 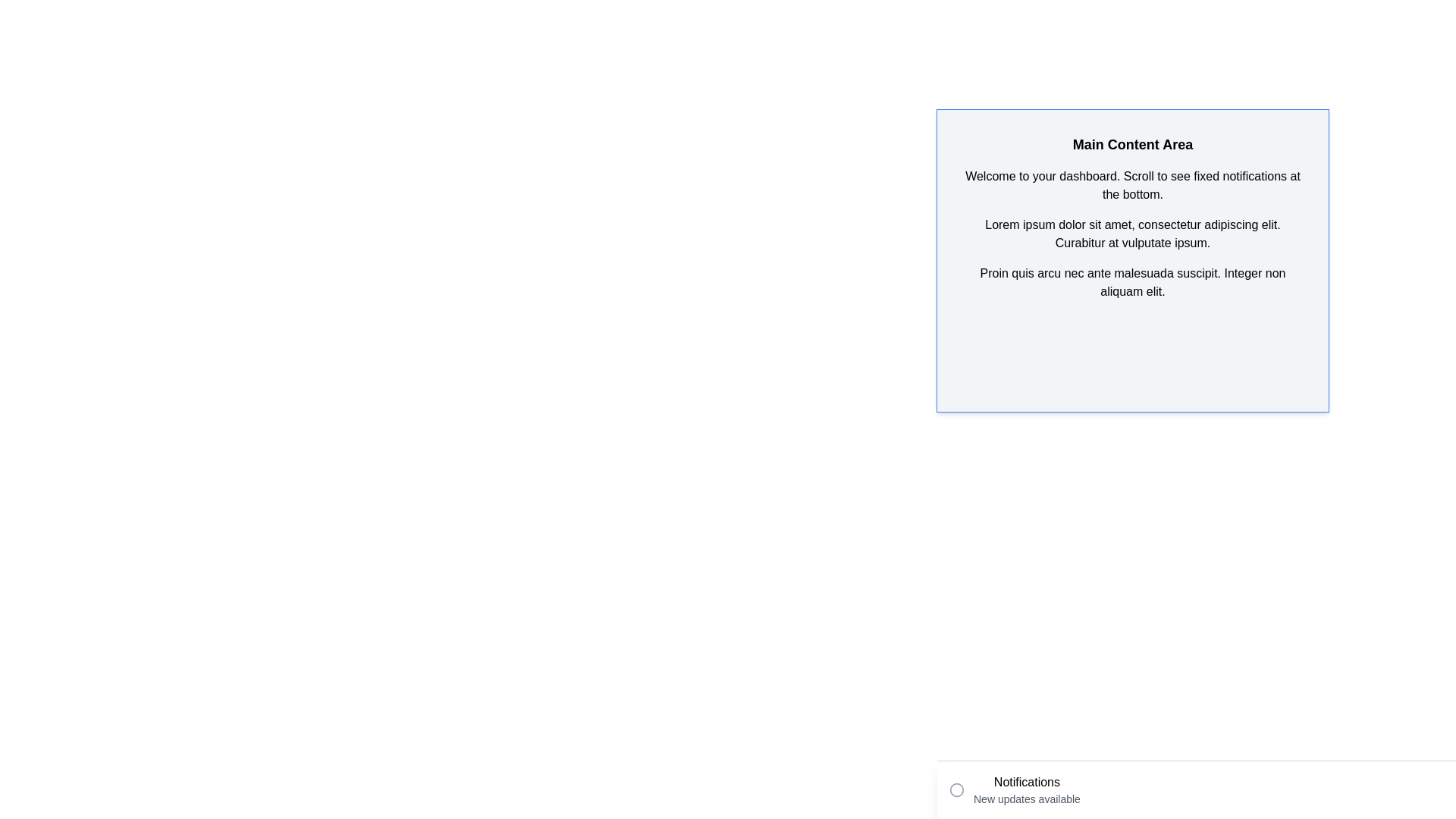 What do you see at coordinates (1027, 783) in the screenshot?
I see `the header text static element located in the lower-right corner of the page, which provides context for the section` at bounding box center [1027, 783].